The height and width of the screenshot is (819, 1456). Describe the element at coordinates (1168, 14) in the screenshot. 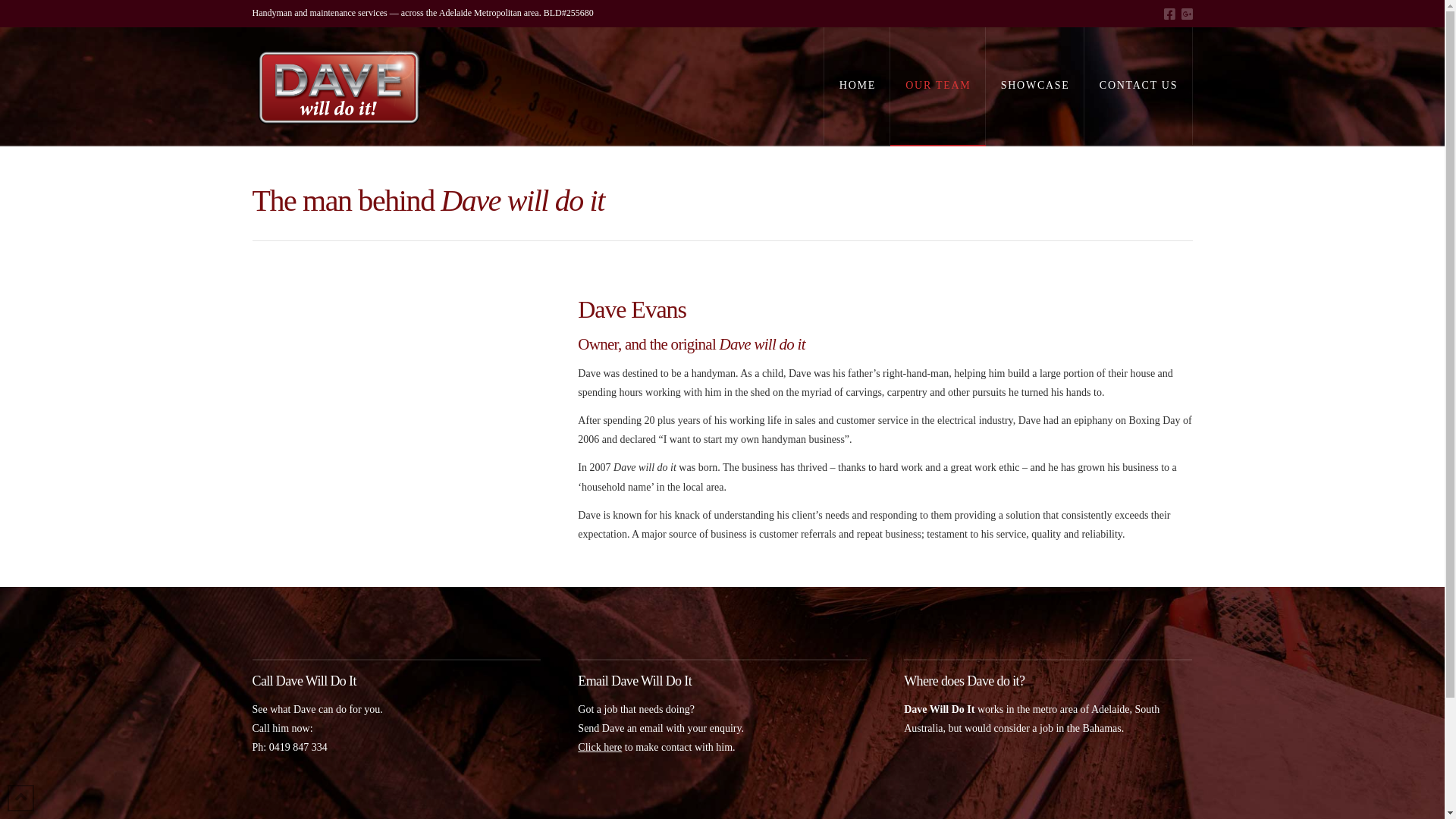

I see `'Facebook'` at that location.